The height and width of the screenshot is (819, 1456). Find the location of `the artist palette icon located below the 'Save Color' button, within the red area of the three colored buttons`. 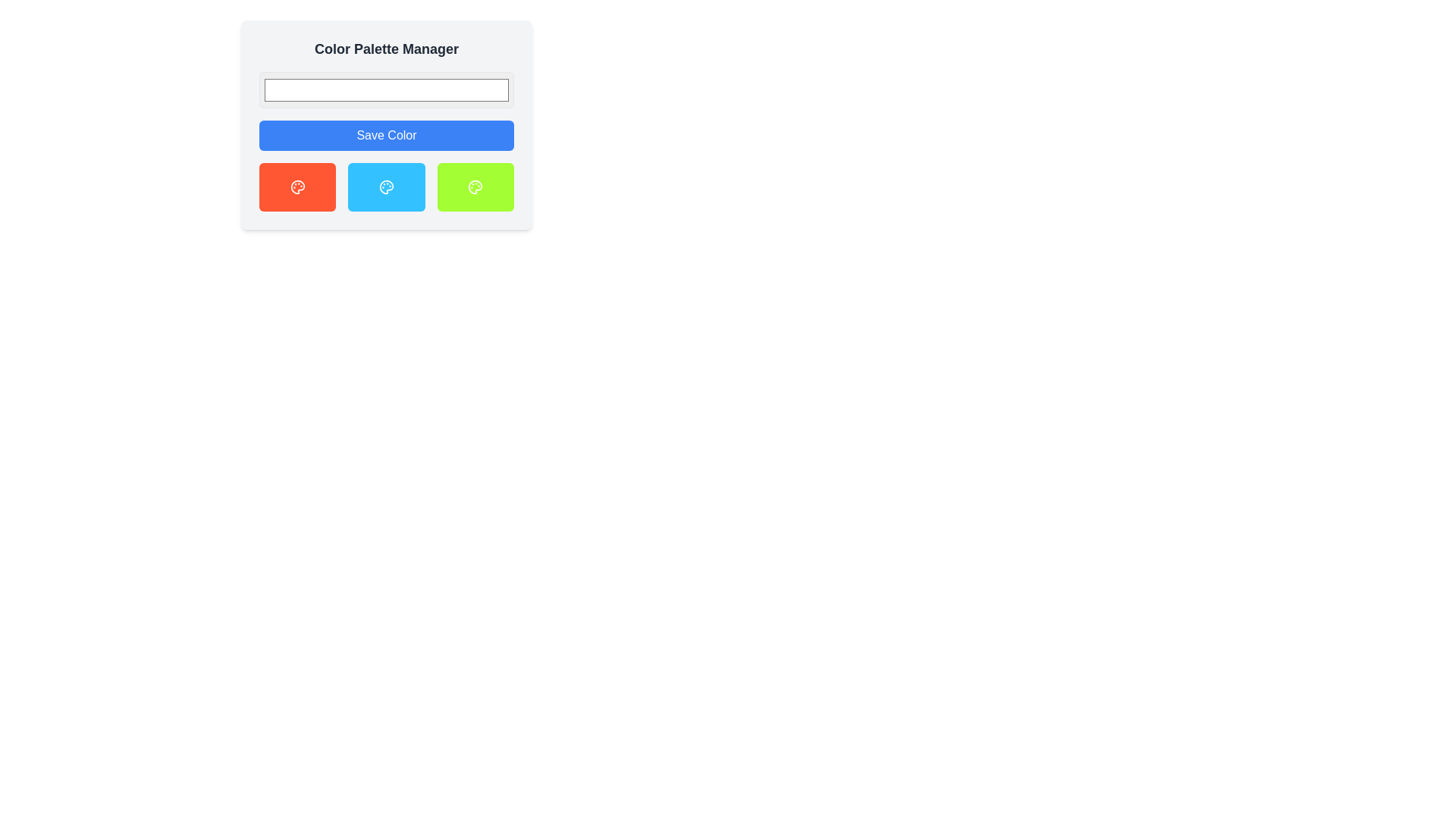

the artist palette icon located below the 'Save Color' button, within the red area of the three colored buttons is located at coordinates (297, 186).